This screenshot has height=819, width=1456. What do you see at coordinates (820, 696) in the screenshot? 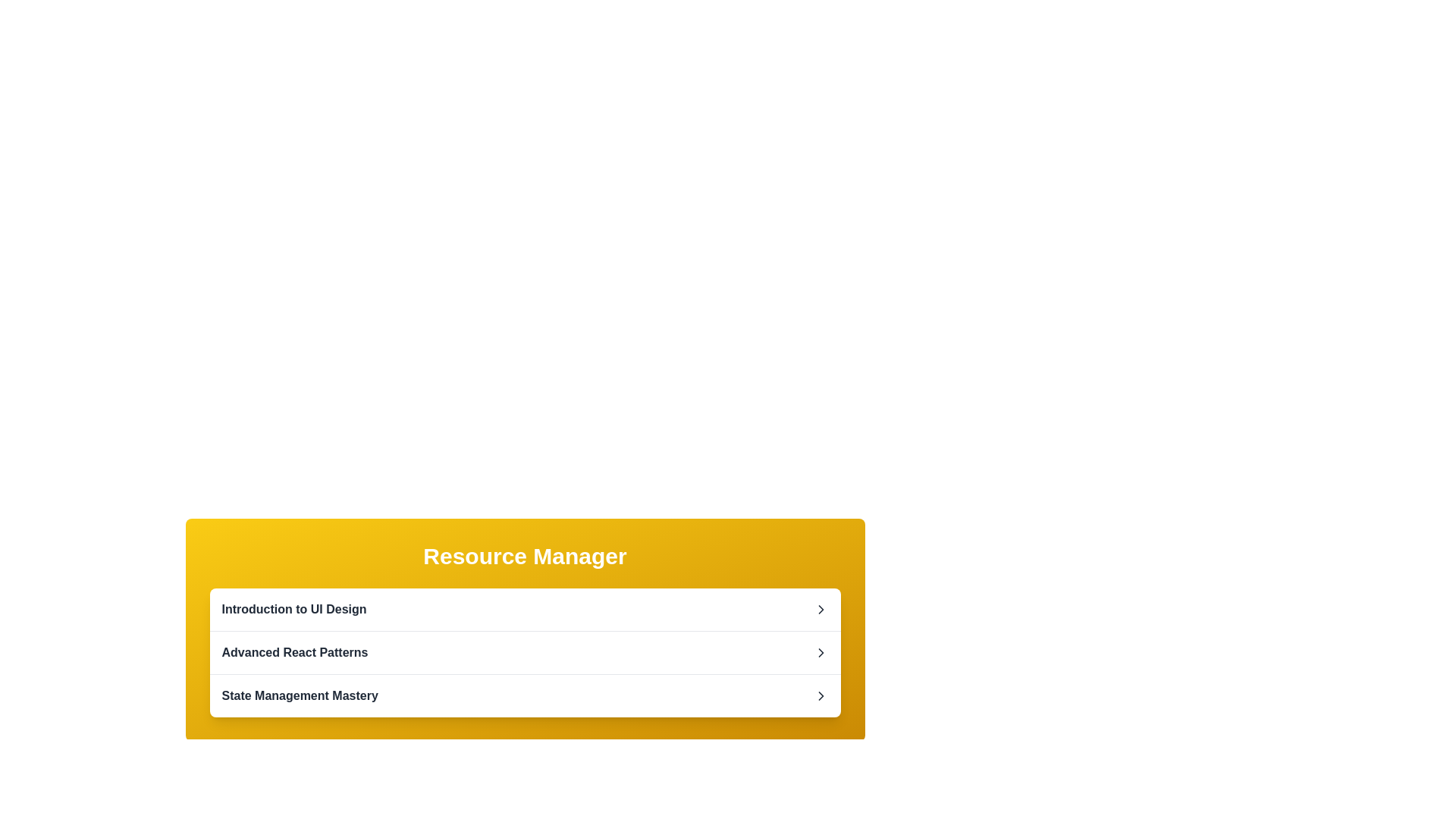
I see `the rightward arrow icon, which is the rightmost icon within the third item of a vertical list aligned with the 'State Management Mastery' text` at bounding box center [820, 696].